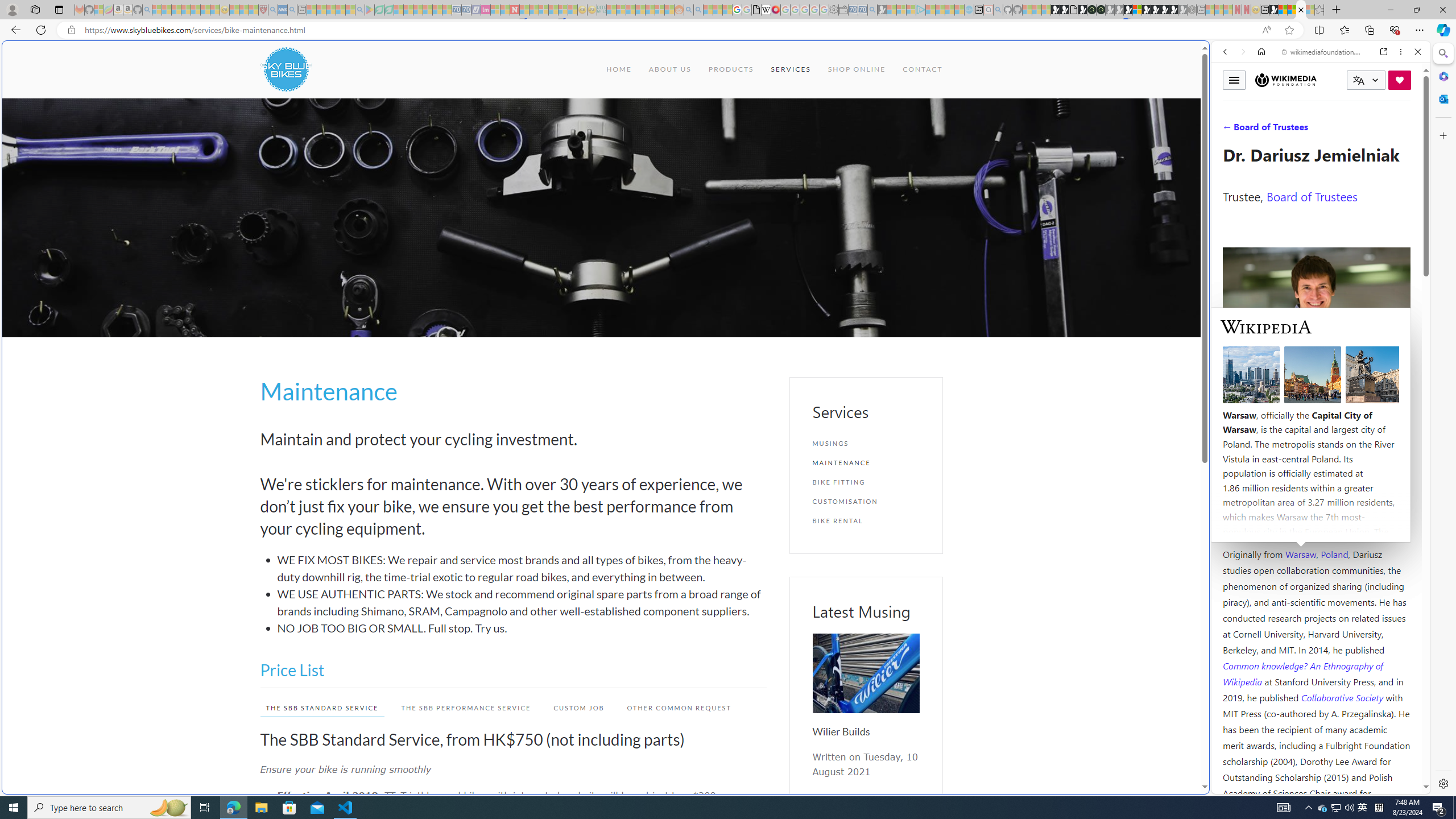  Describe the element at coordinates (950, 9) in the screenshot. I see `'Microsoft Start - Sleeping'` at that location.